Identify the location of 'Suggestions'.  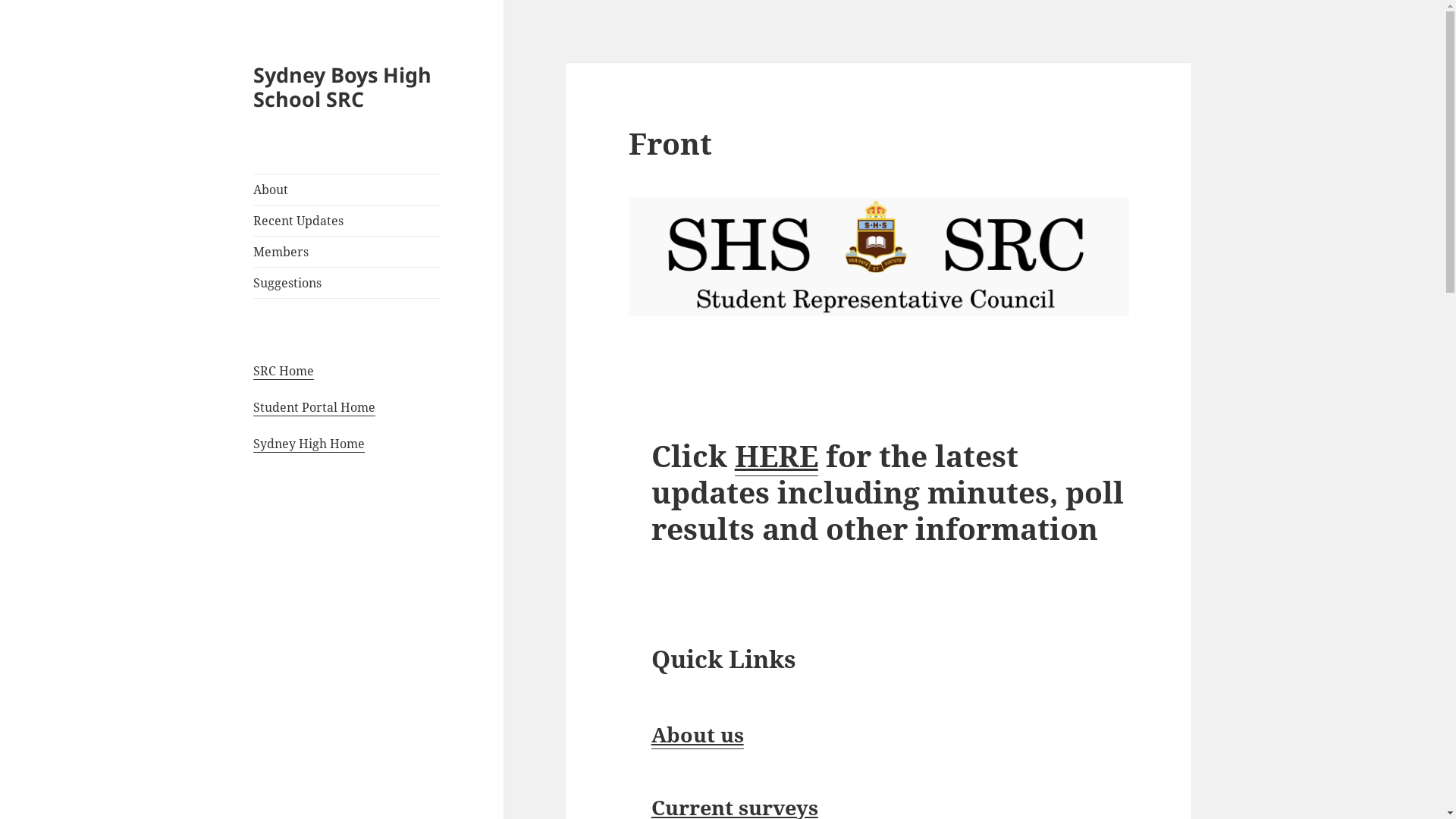
(346, 283).